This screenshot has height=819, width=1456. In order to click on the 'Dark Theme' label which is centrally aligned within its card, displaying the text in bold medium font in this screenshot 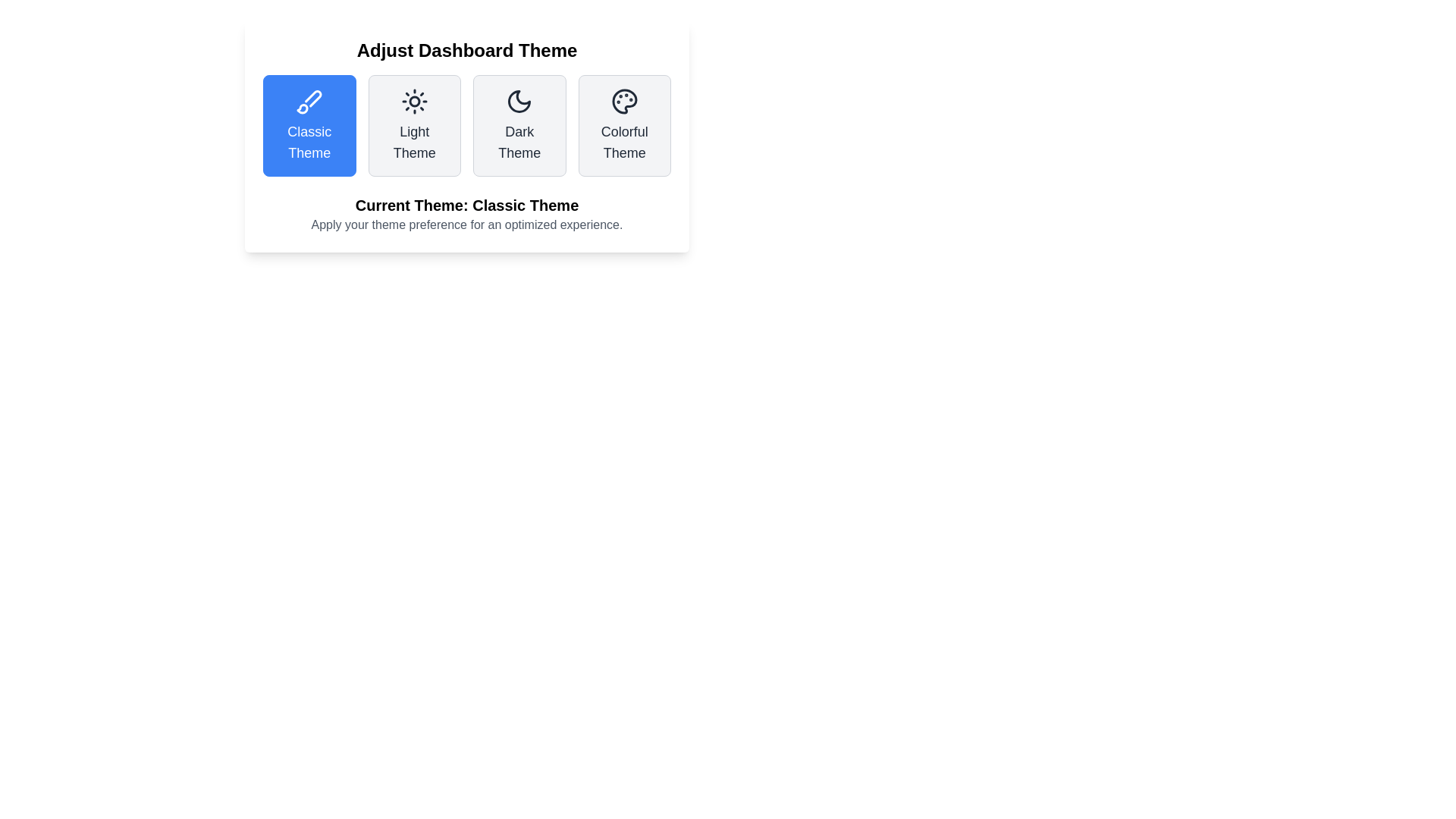, I will do `click(519, 143)`.